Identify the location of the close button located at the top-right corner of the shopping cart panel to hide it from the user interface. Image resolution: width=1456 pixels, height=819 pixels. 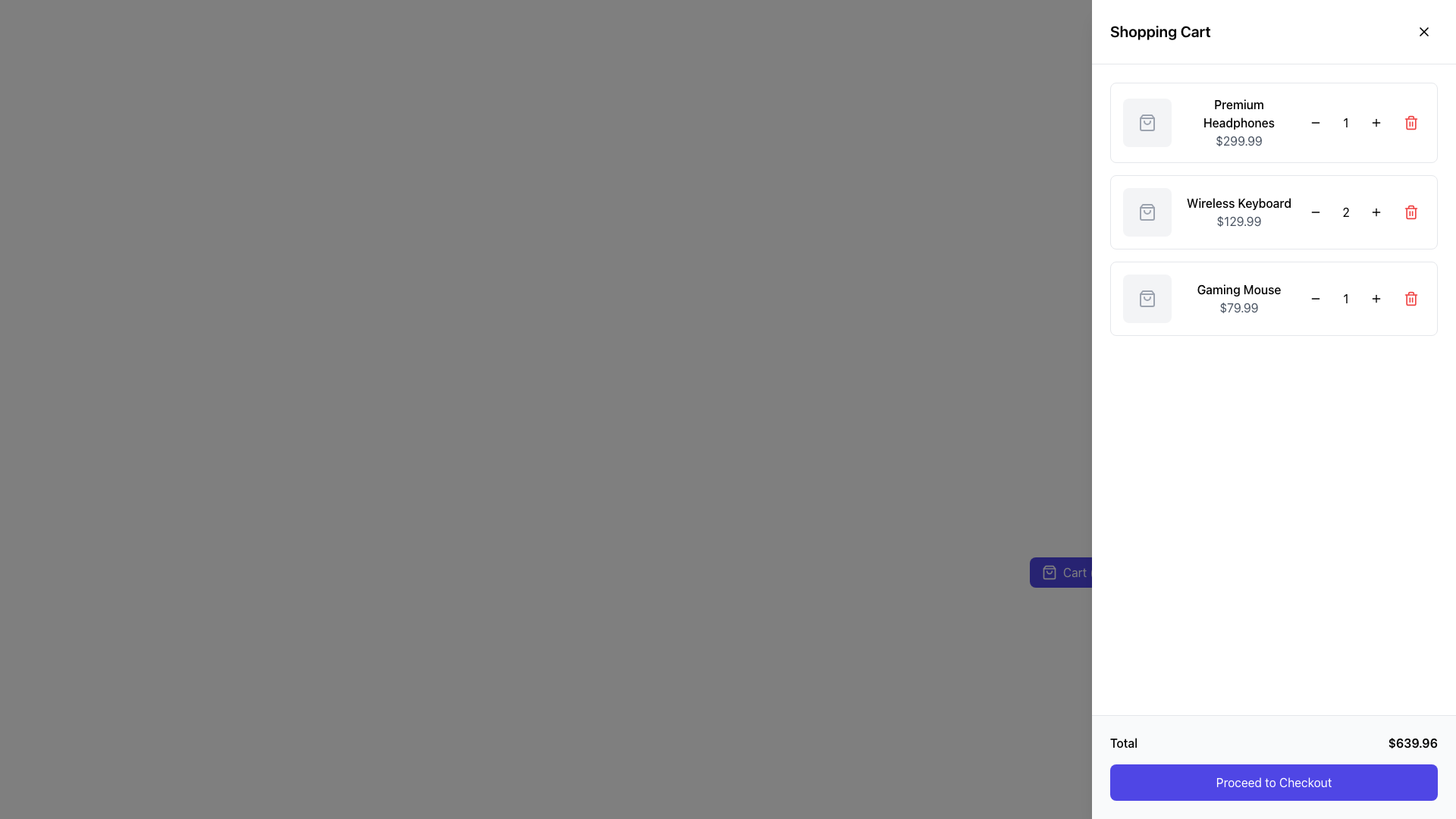
(1423, 32).